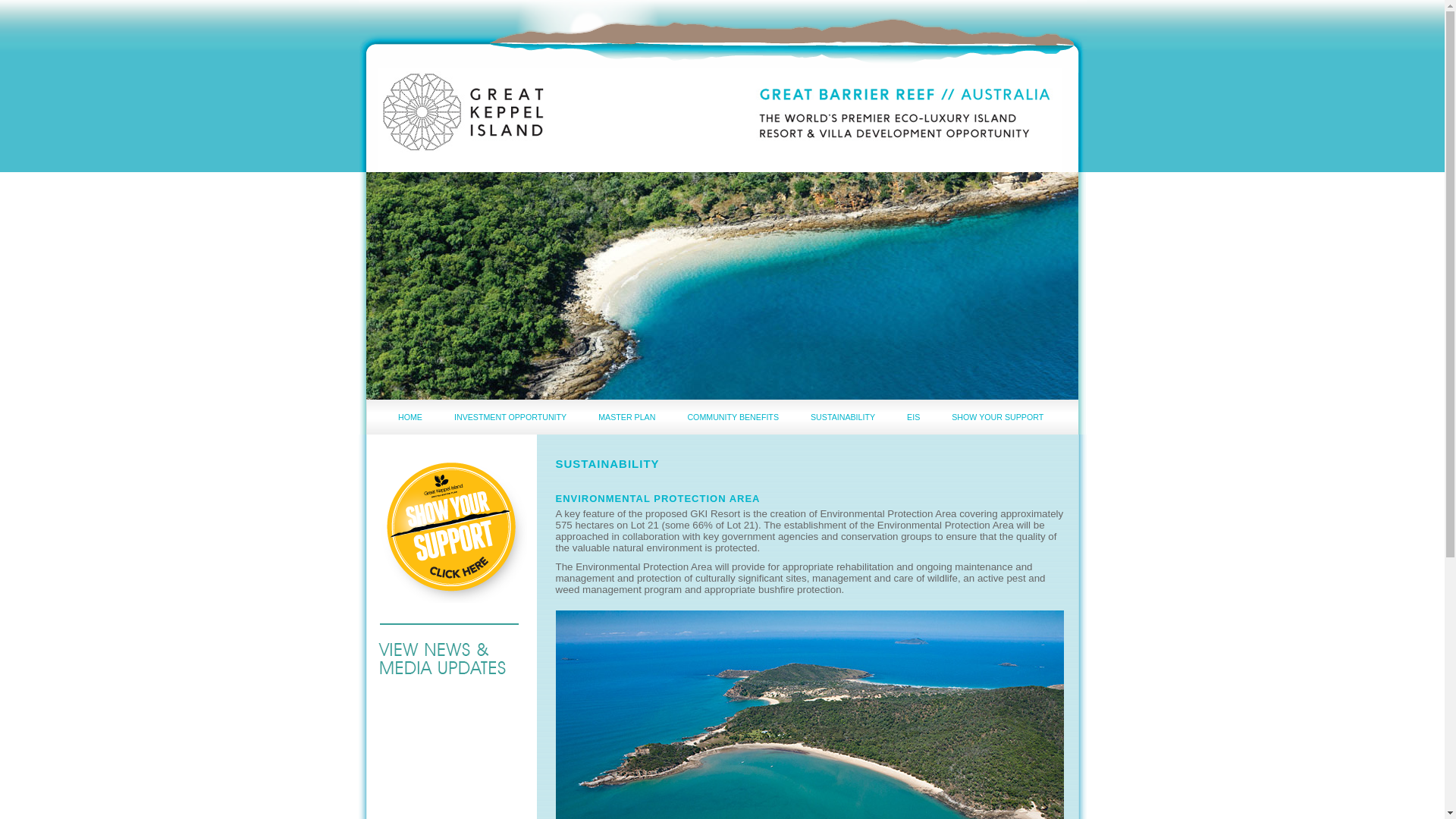  What do you see at coordinates (510, 417) in the screenshot?
I see `'INVESTMENT OPPORTUNITY'` at bounding box center [510, 417].